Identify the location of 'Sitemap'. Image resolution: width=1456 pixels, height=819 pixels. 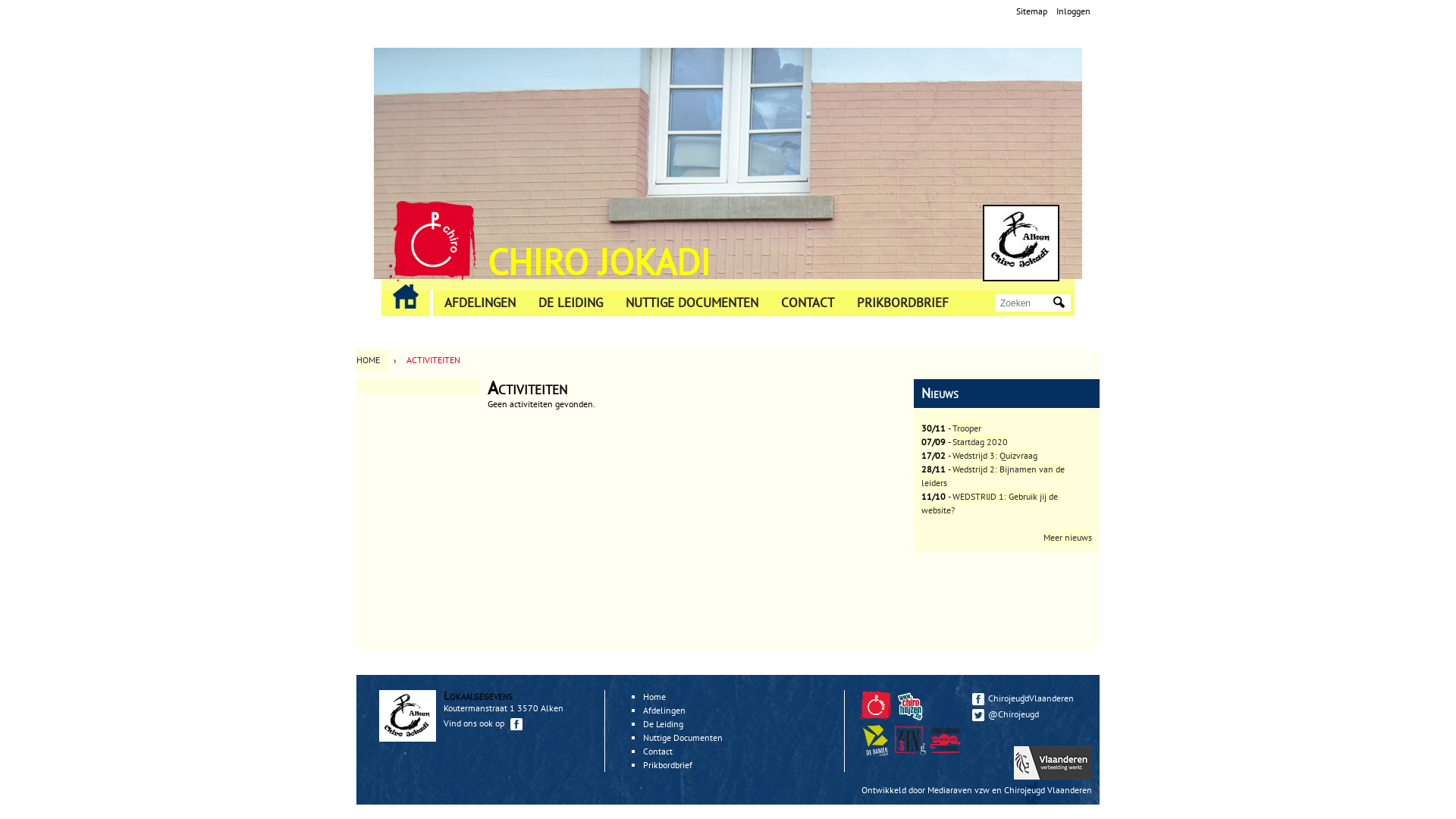
(1031, 11).